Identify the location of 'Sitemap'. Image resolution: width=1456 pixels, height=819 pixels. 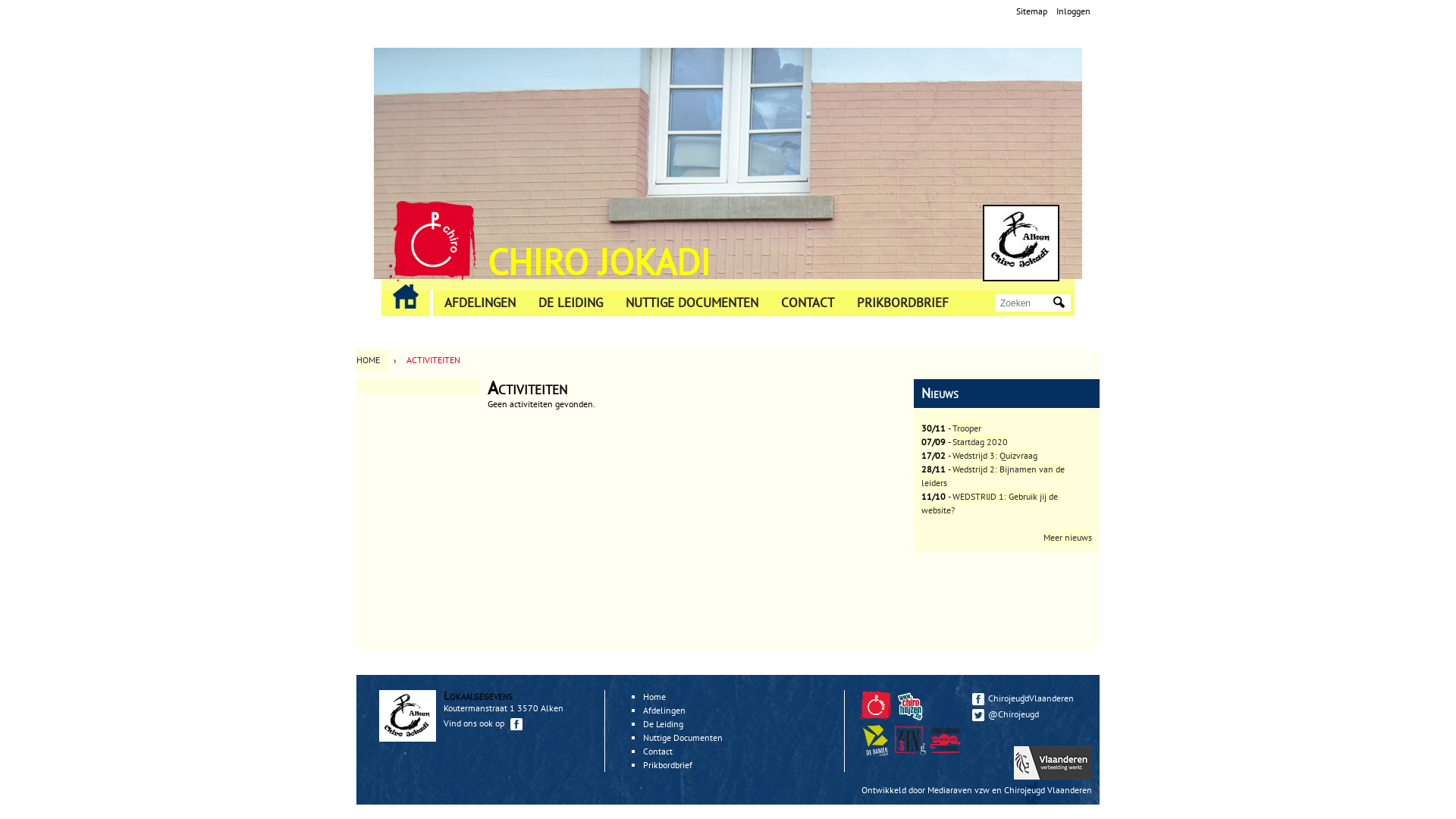
(1031, 11).